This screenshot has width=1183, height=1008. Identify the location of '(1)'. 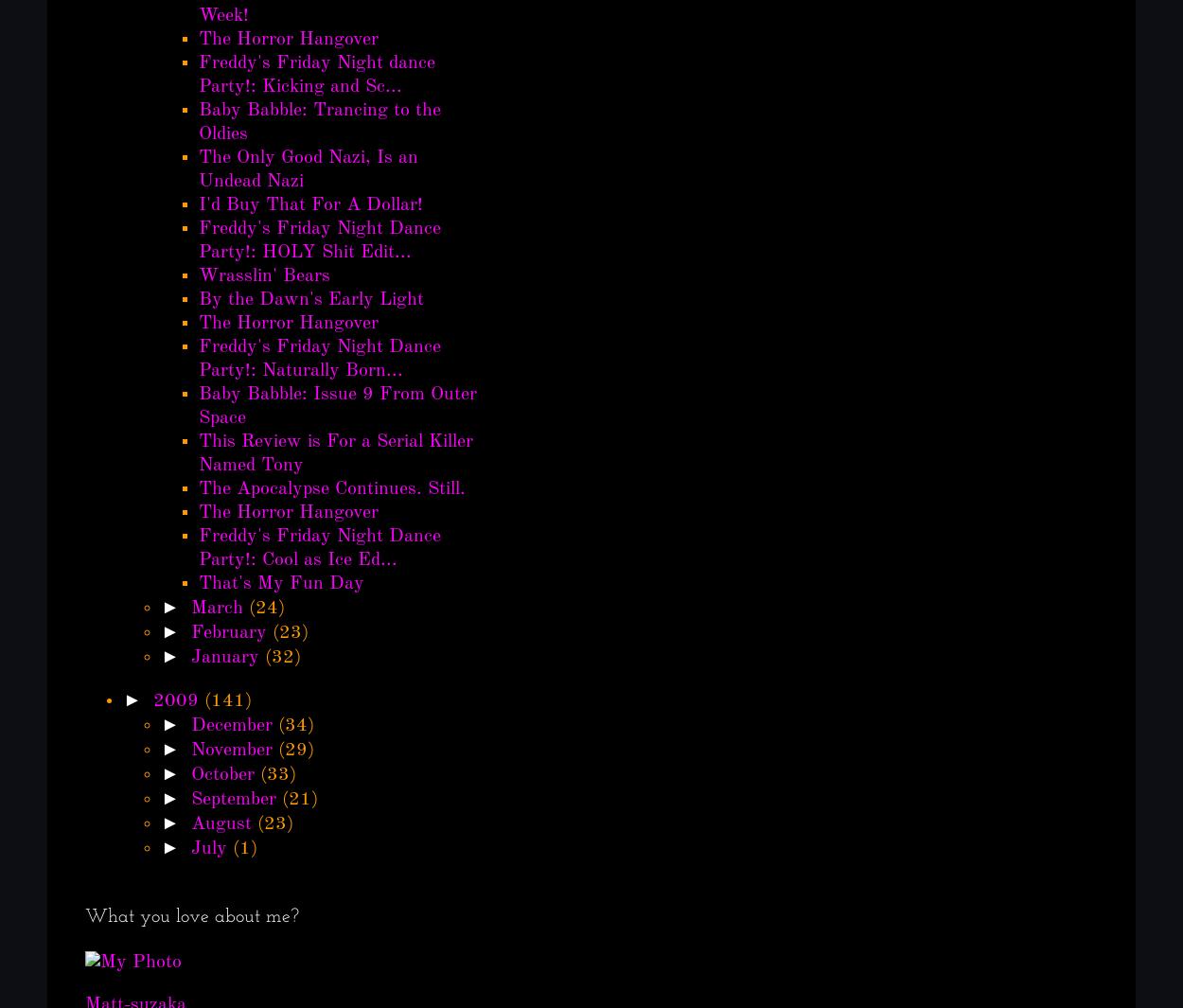
(244, 849).